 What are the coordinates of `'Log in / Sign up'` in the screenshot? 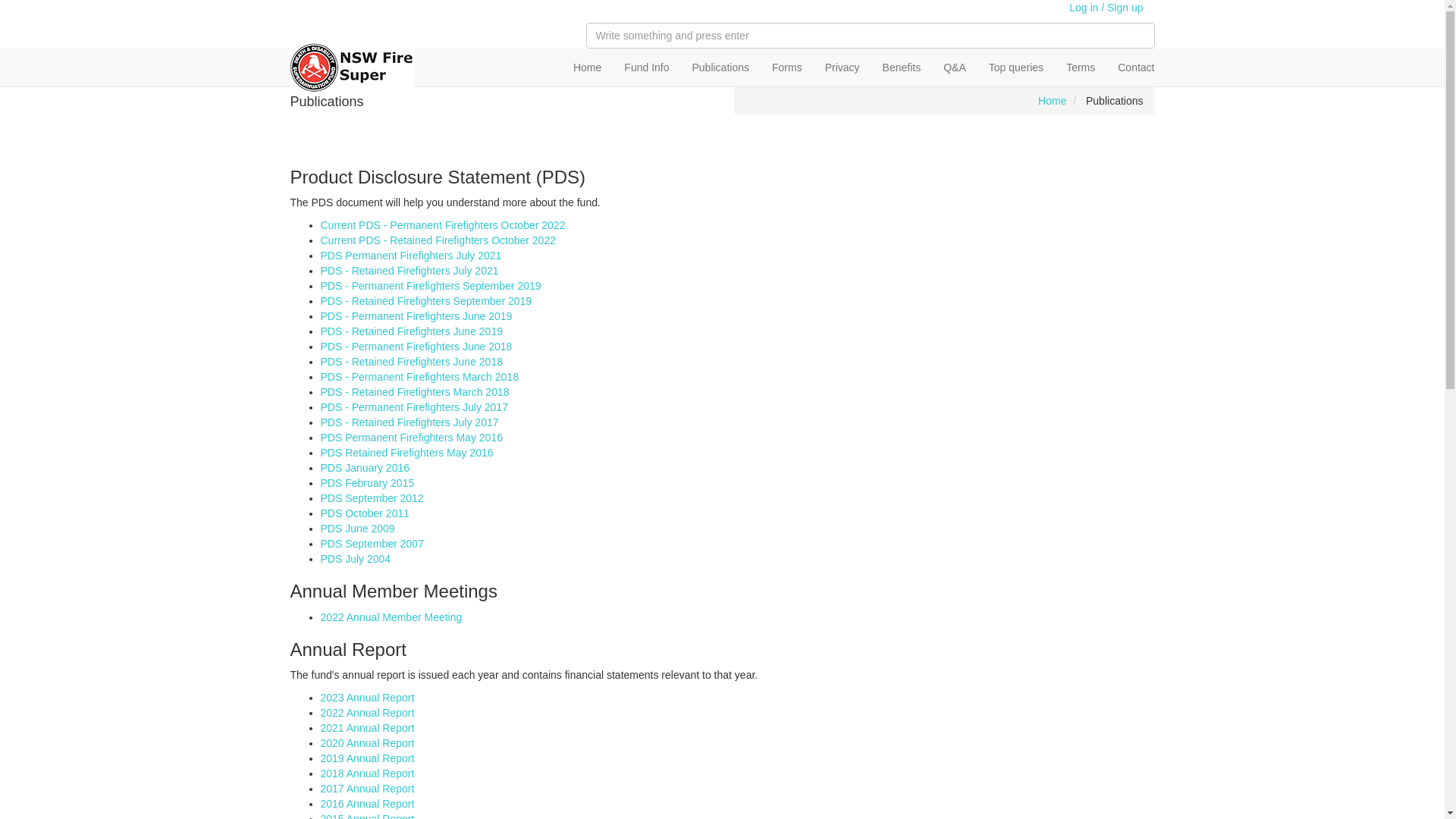 It's located at (1106, 8).